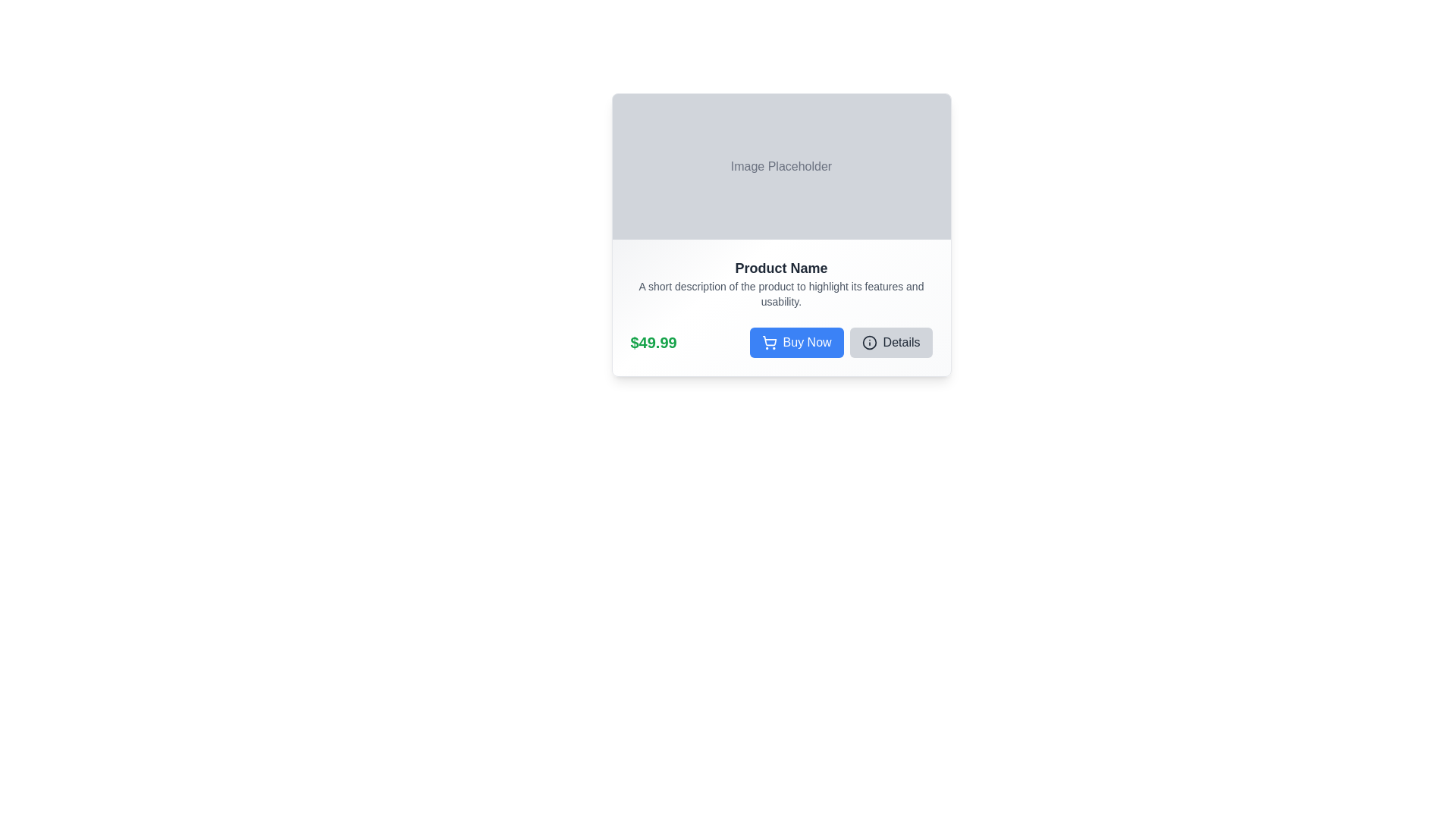  I want to click on the light gray textual description located under the 'Product Name' title in the product information section, so click(781, 294).